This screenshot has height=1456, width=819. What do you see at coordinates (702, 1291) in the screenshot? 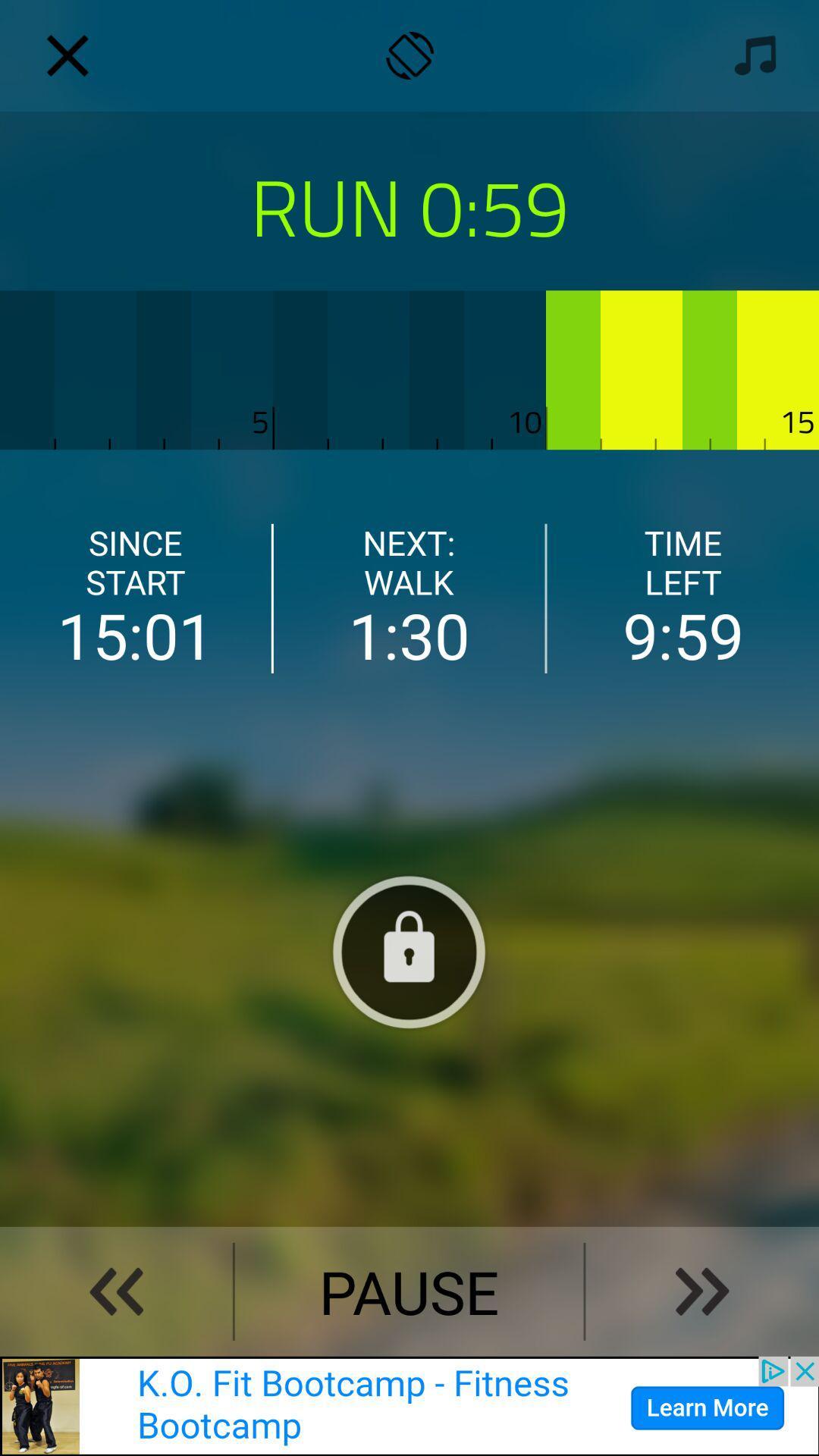
I see `next option` at bounding box center [702, 1291].